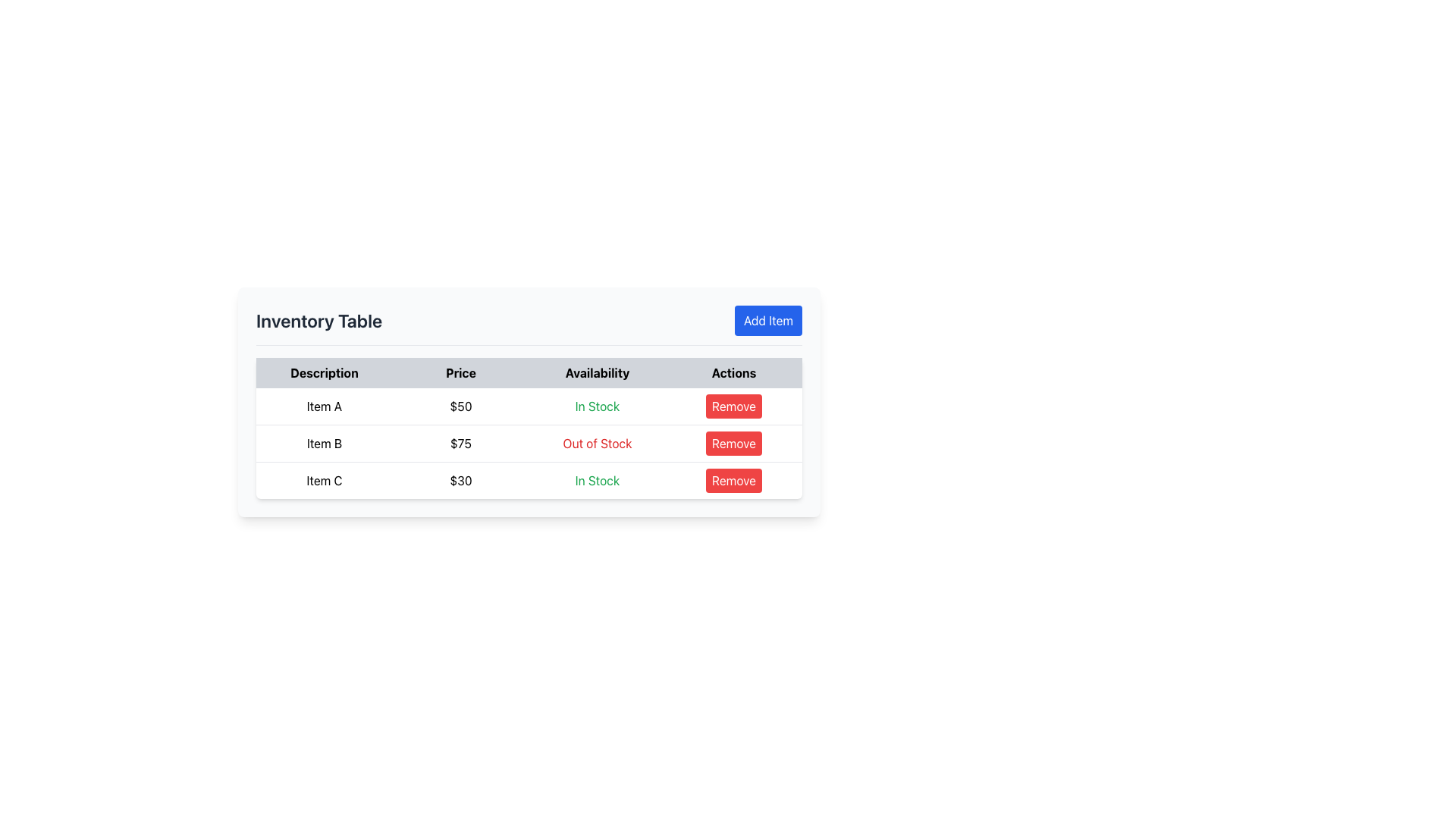  Describe the element at coordinates (323, 373) in the screenshot. I see `the 'Description' text label, which is the first header in a table row styled in bold, black font on a gray background` at that location.